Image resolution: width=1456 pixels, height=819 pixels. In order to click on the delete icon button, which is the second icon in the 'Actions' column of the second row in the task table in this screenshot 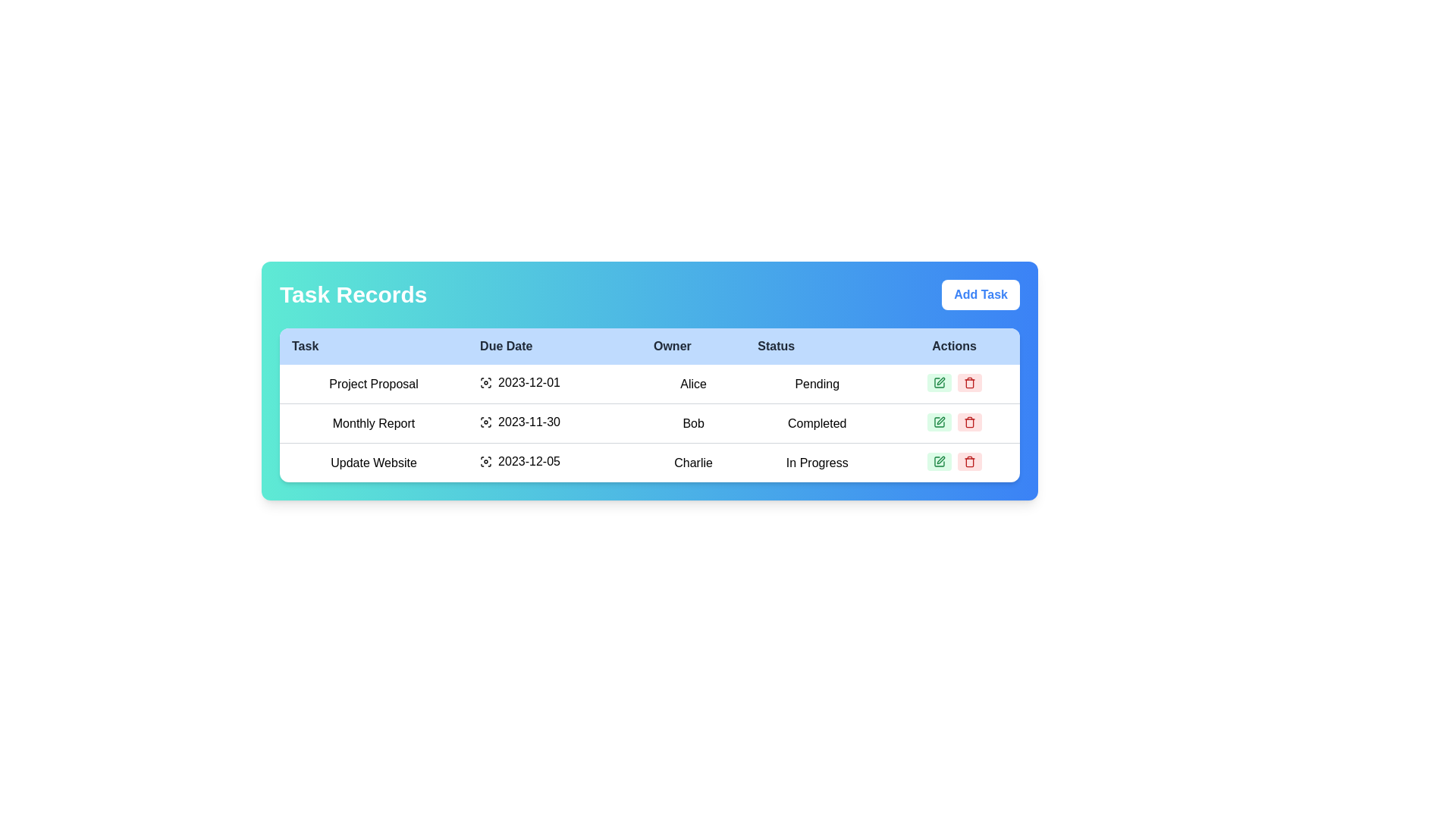, I will do `click(968, 422)`.